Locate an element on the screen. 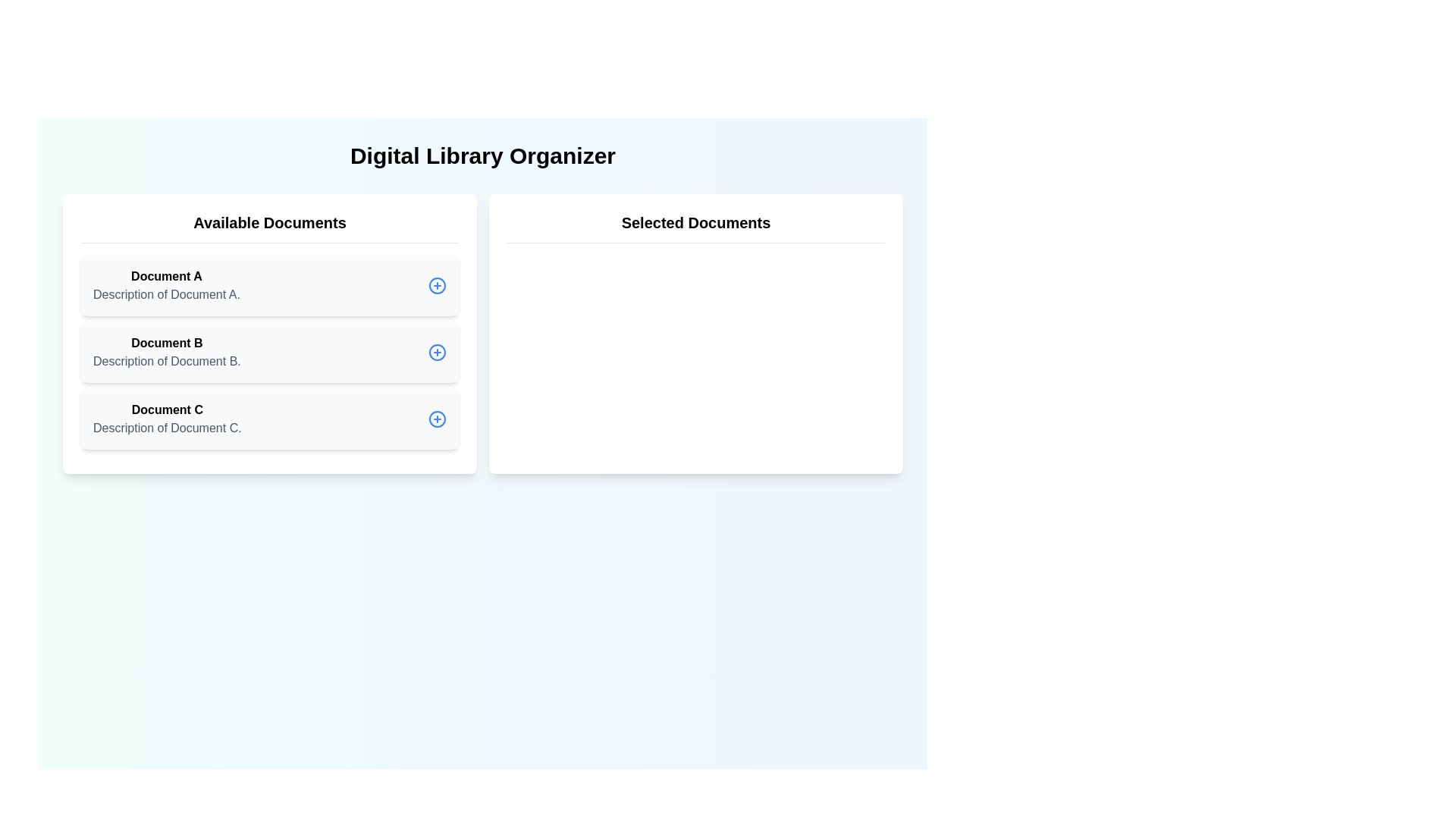  the header text element that indicates the purpose of the containing section for available documents, located at the top left of the box is located at coordinates (269, 227).